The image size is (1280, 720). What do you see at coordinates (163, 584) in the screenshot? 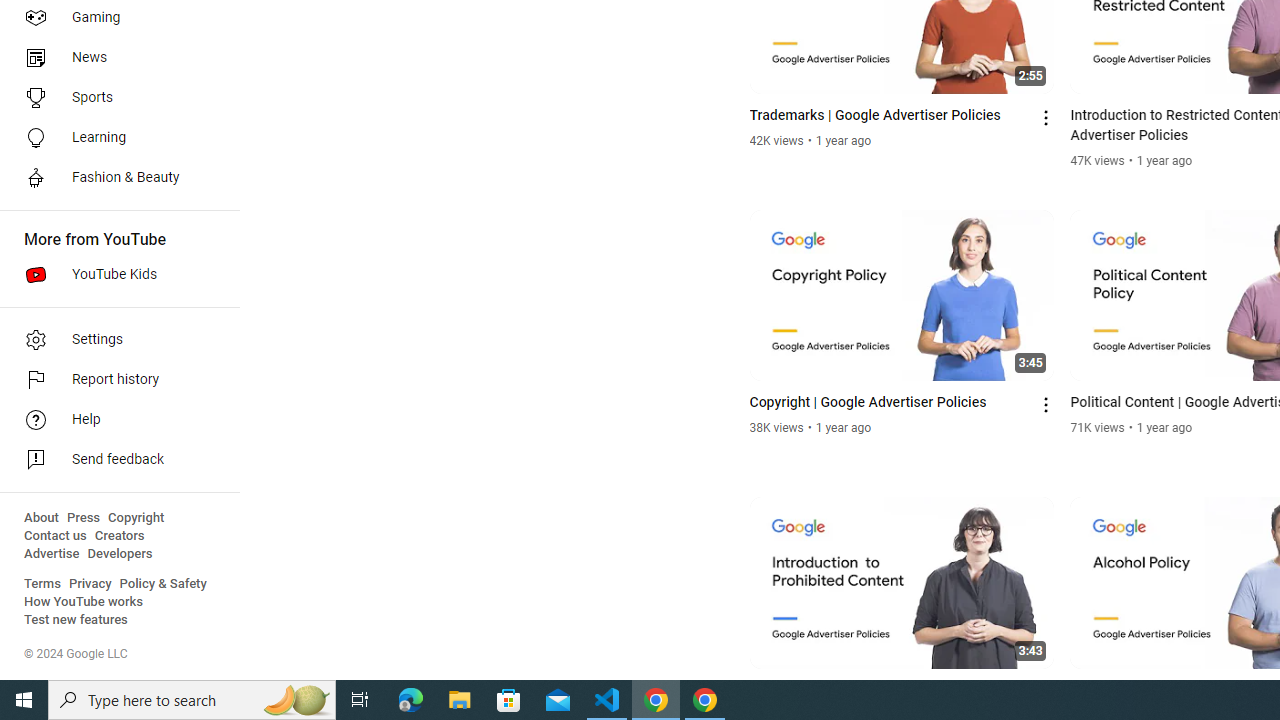
I see `'Policy & Safety'` at bounding box center [163, 584].